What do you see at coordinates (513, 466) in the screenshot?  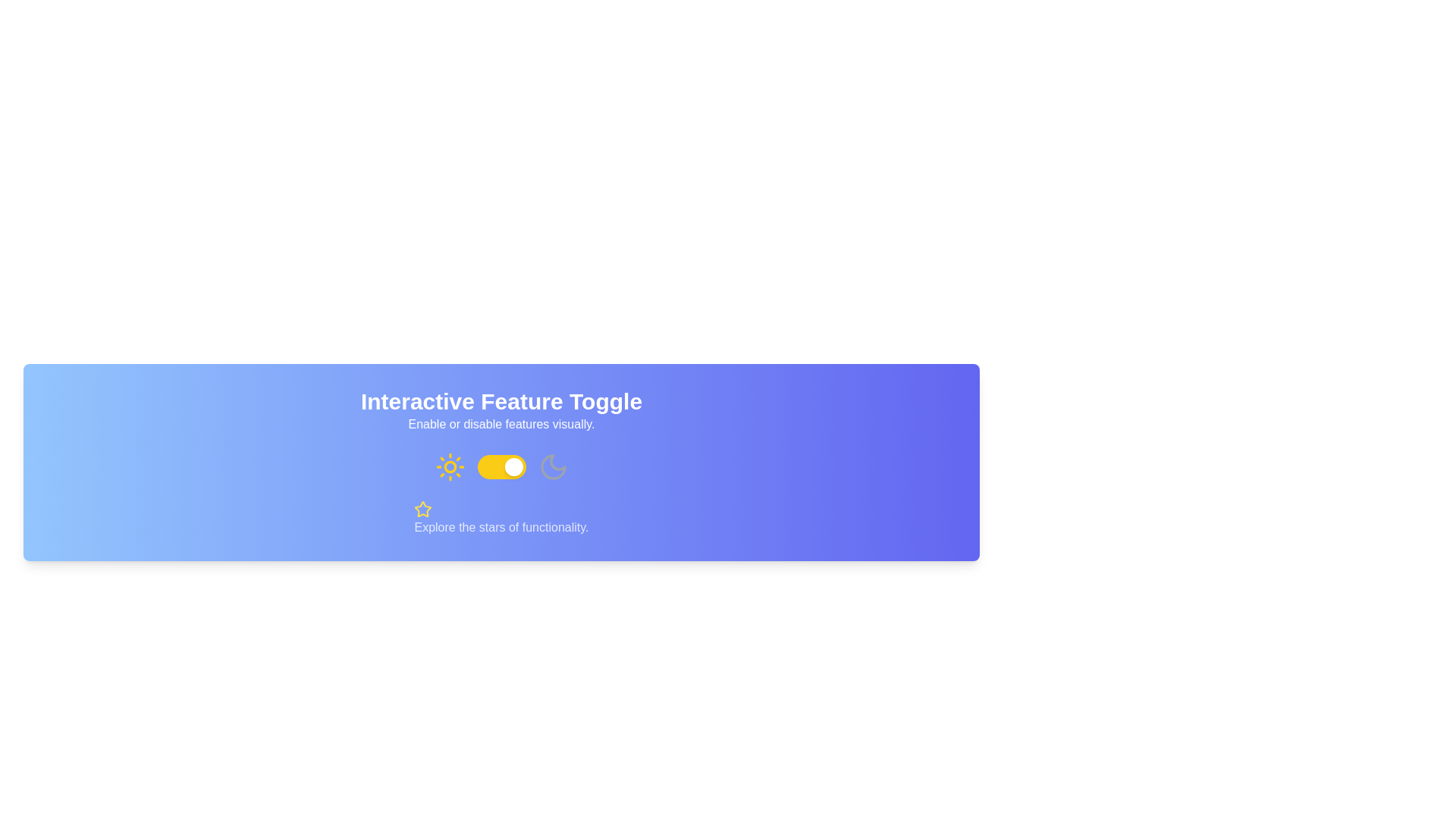 I see `the rightmost movable knob of the toggle switch labeled 'Interactive Feature Toggle'` at bounding box center [513, 466].